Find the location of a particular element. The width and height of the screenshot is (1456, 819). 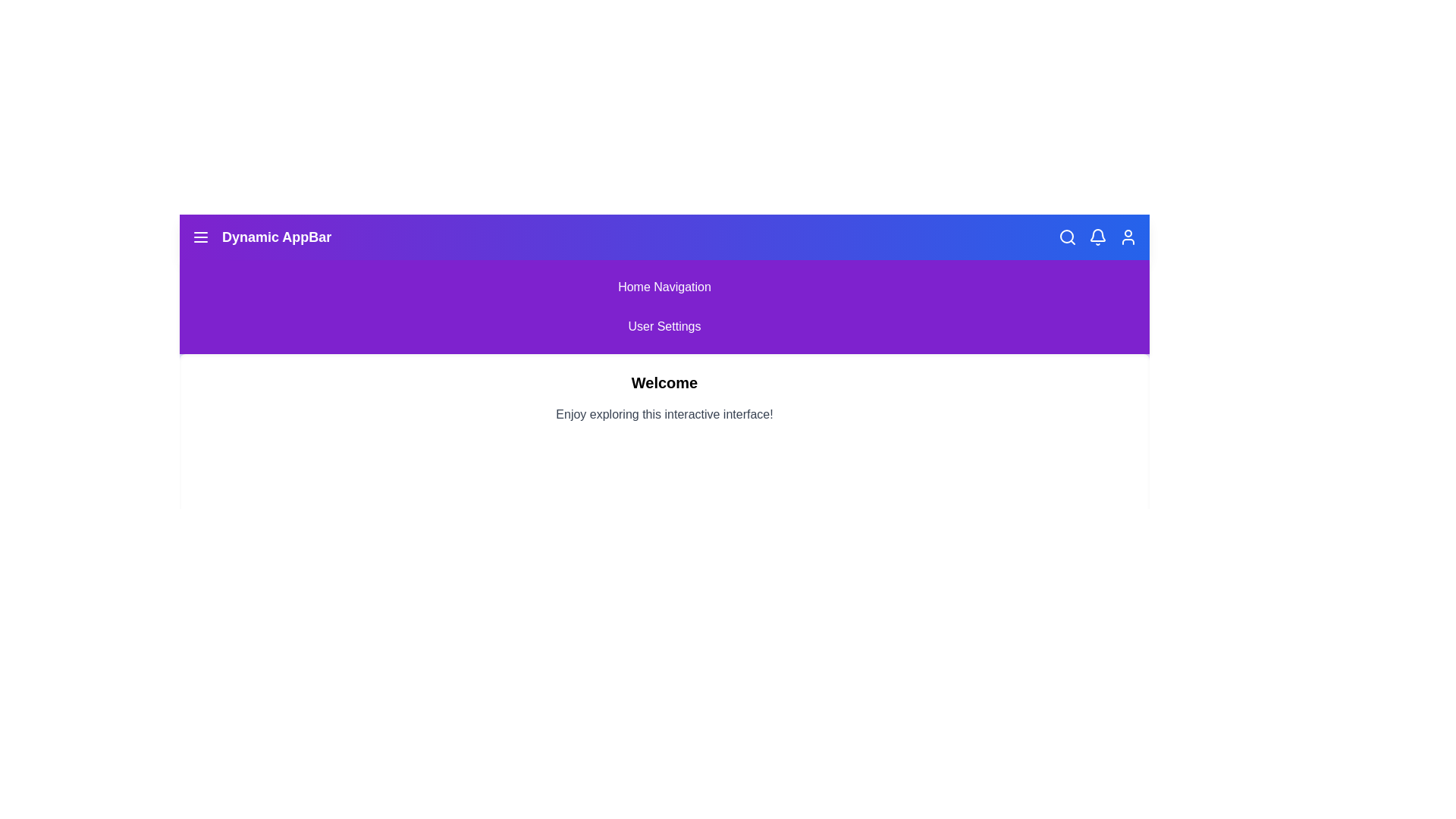

the 'Notification' icon in the navigation bar is located at coordinates (1098, 237).